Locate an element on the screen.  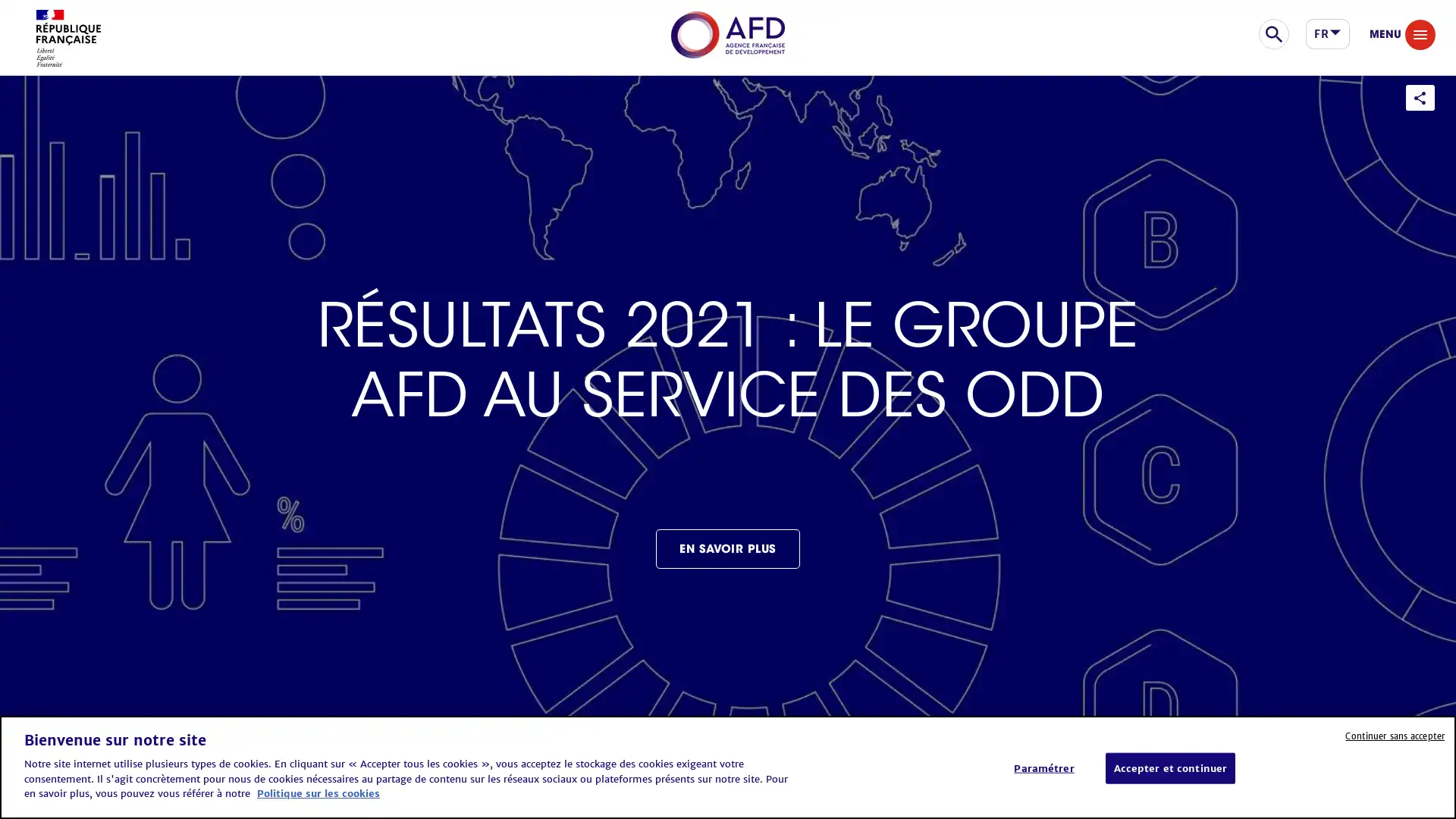
Rechercher is located at coordinates (1327, 40).